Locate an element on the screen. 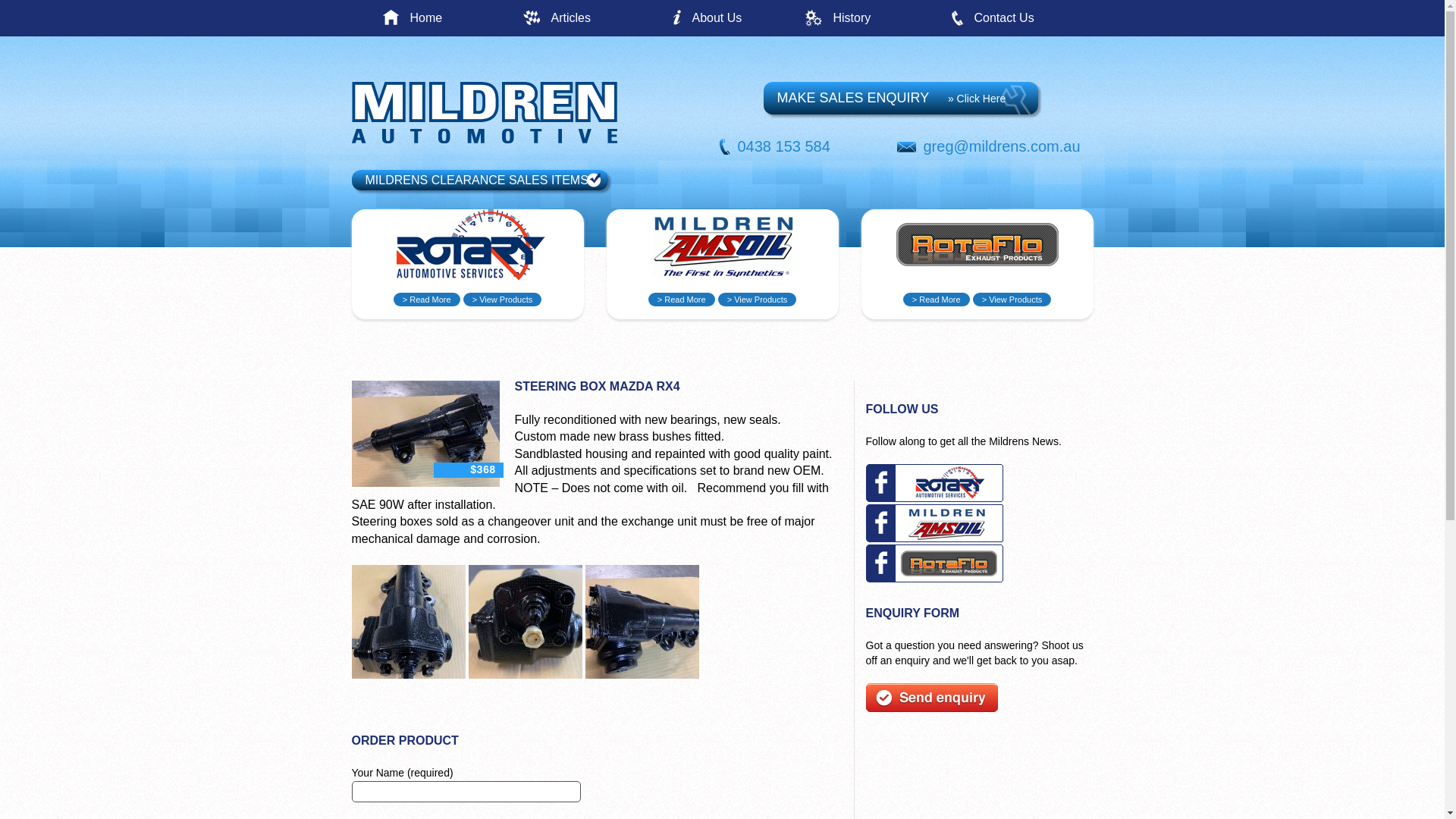 Image resolution: width=1456 pixels, height=819 pixels. 'Home' is located at coordinates (465, 17).